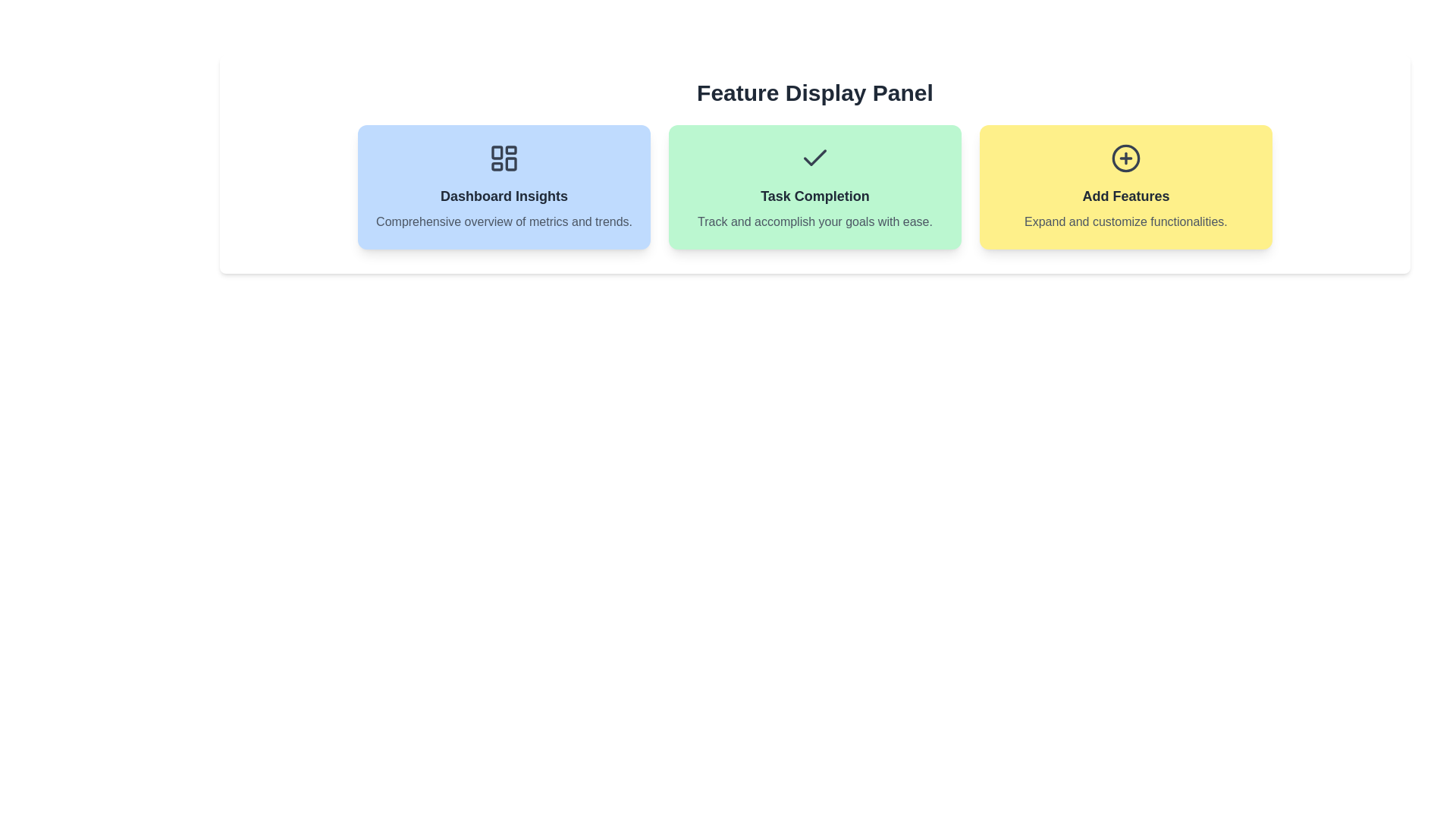 This screenshot has height=819, width=1456. Describe the element at coordinates (814, 222) in the screenshot. I see `the static descriptive text element located beneath the 'Task Completion' title and checkmark icon within the card` at that location.